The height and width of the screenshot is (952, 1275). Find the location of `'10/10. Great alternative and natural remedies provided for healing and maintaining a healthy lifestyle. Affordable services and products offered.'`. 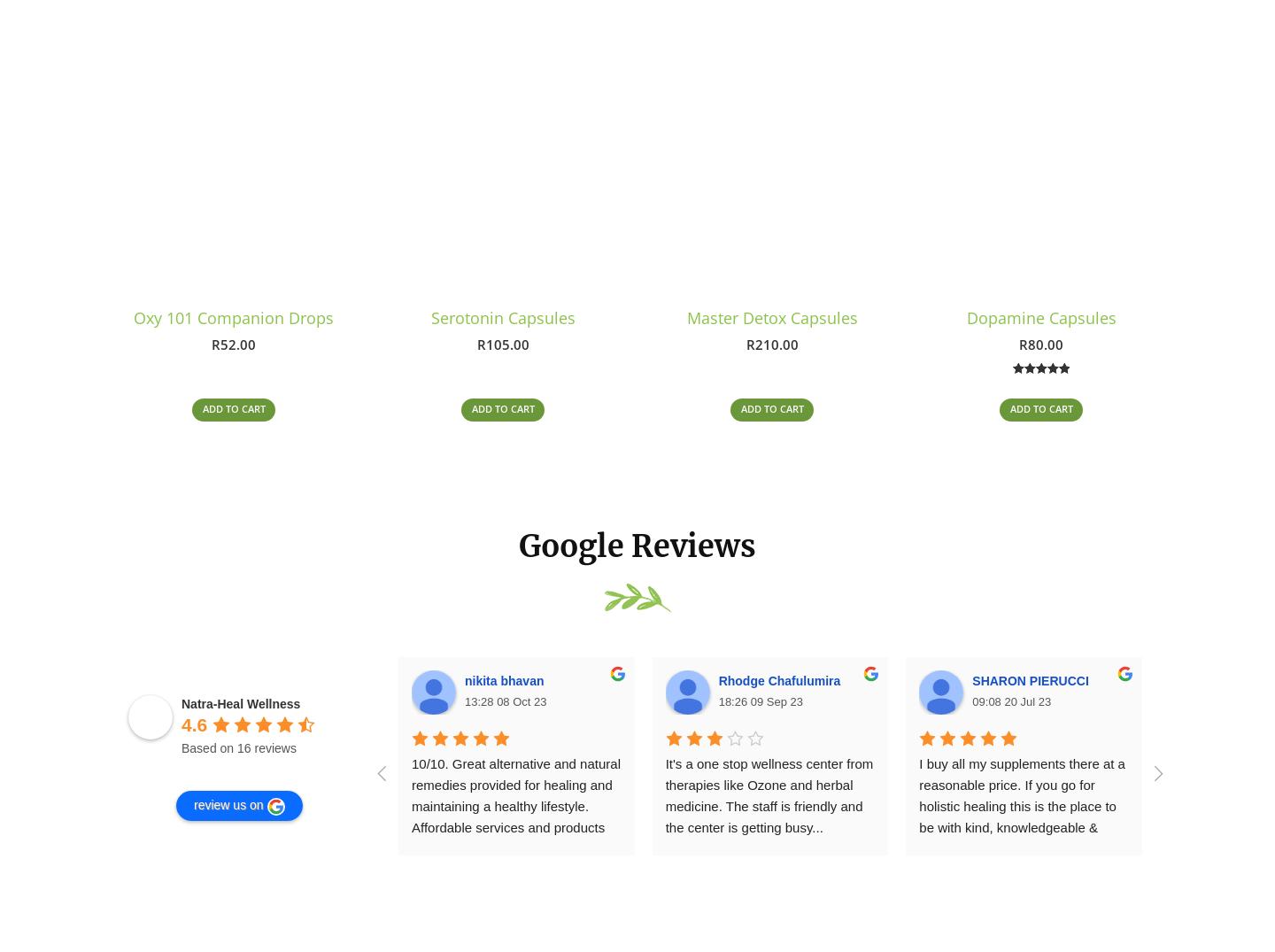

'10/10. Great alternative and natural remedies provided for healing and maintaining a healthy lifestyle. Affordable services and products offered.' is located at coordinates (517, 812).